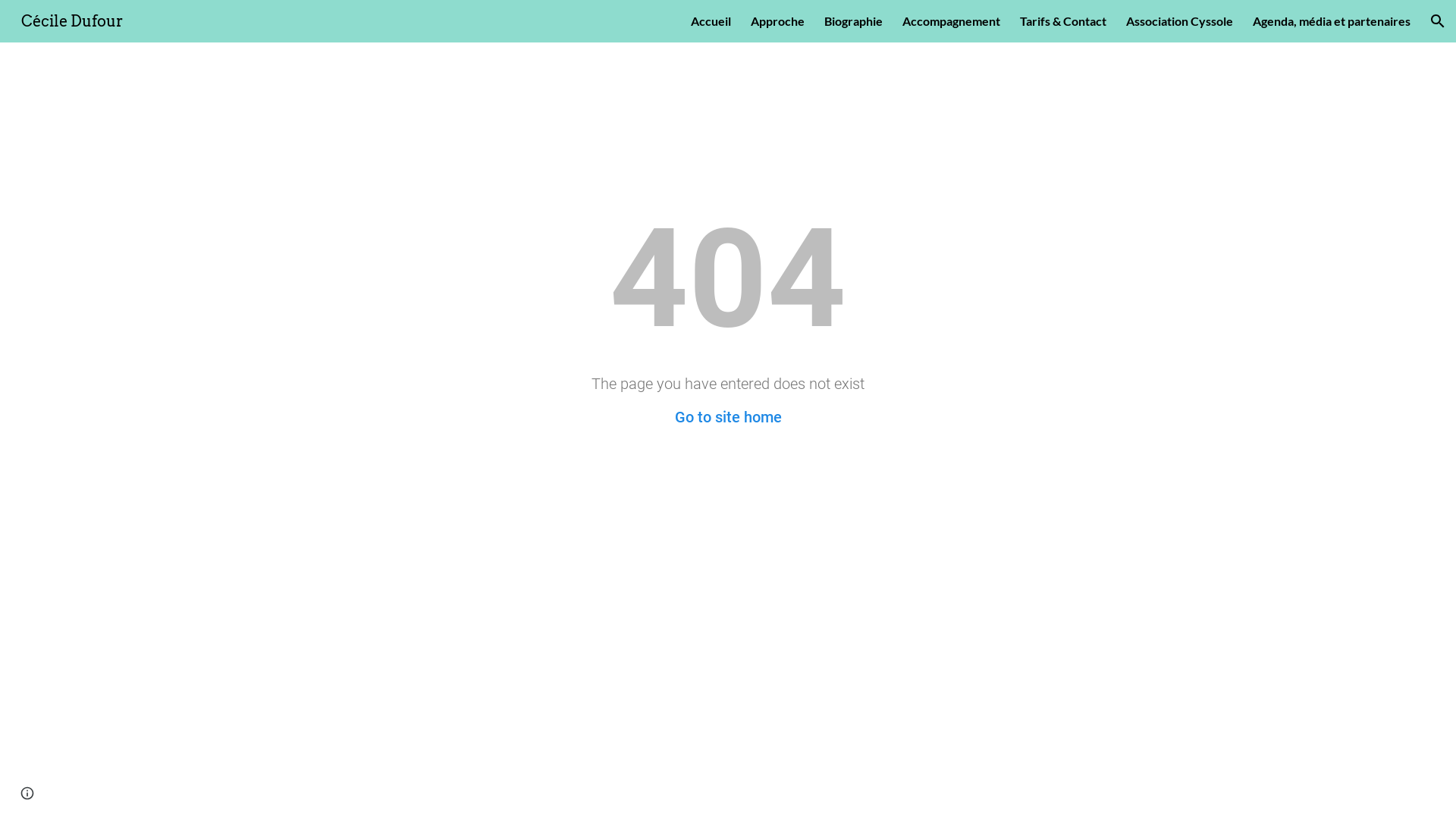  I want to click on 'Association Cyssole', so click(1178, 20).